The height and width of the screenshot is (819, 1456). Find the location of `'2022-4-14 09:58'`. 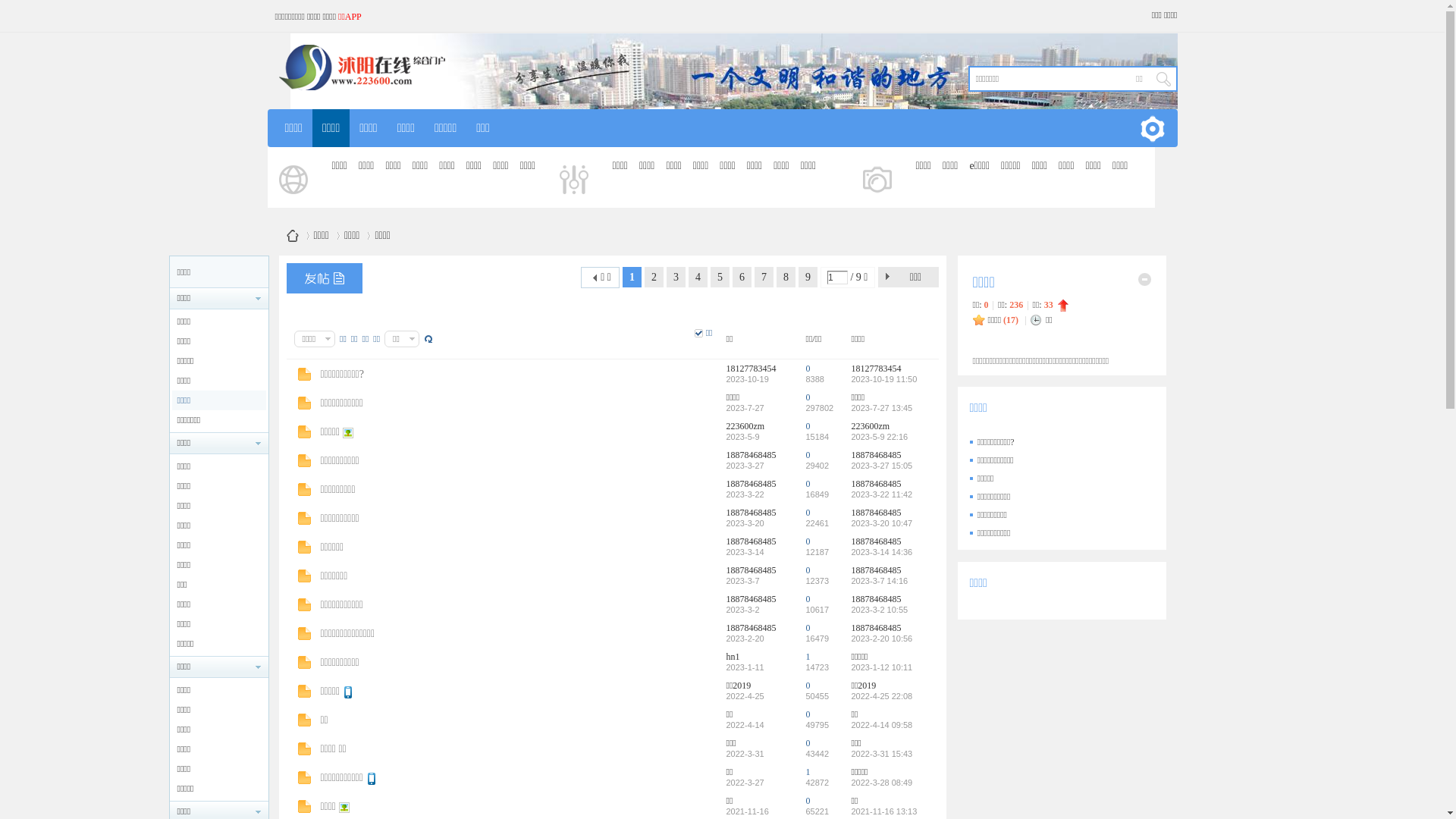

'2022-4-14 09:58' is located at coordinates (881, 724).